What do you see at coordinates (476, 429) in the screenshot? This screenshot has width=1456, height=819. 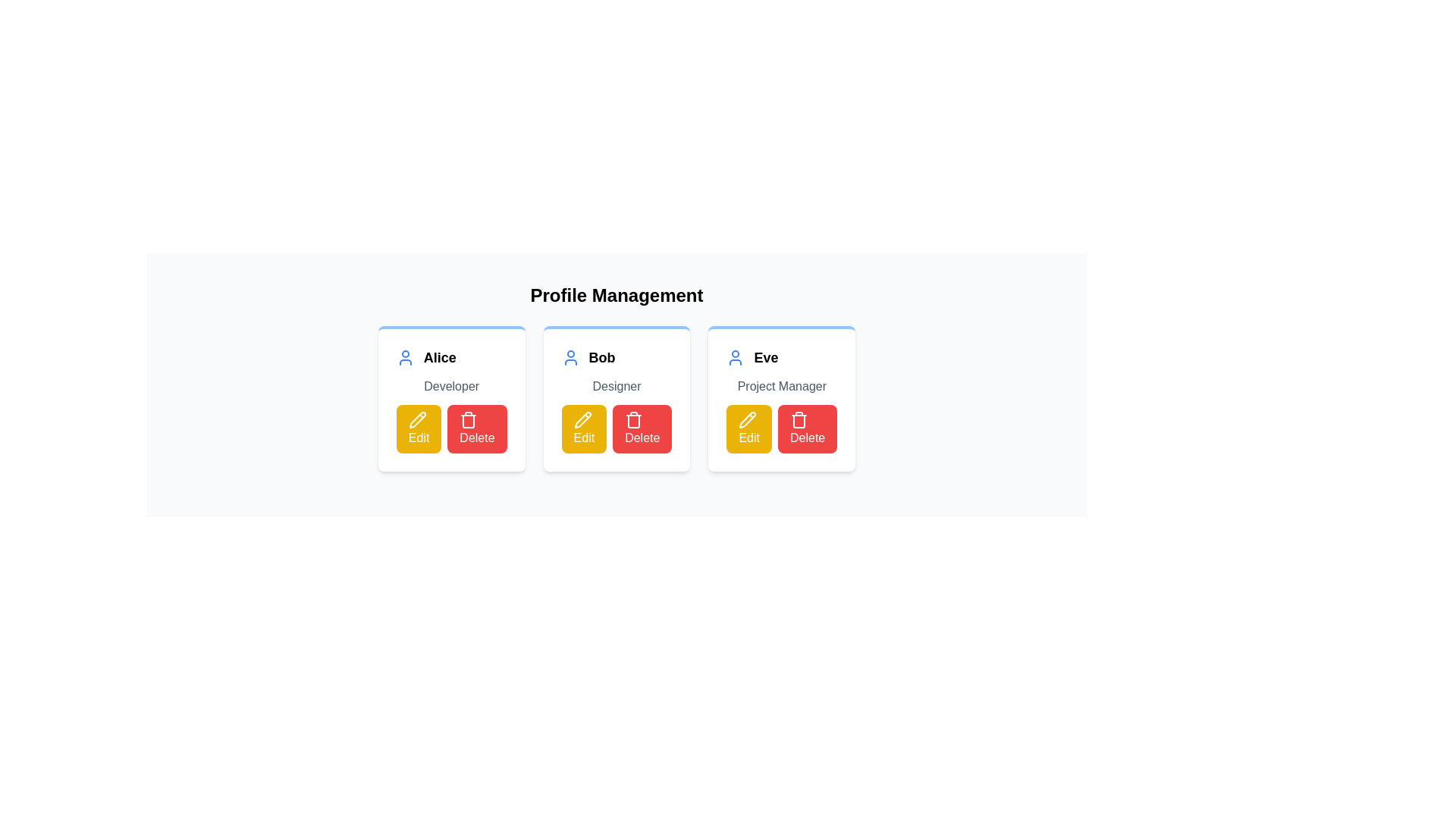 I see `the delete button located` at bounding box center [476, 429].